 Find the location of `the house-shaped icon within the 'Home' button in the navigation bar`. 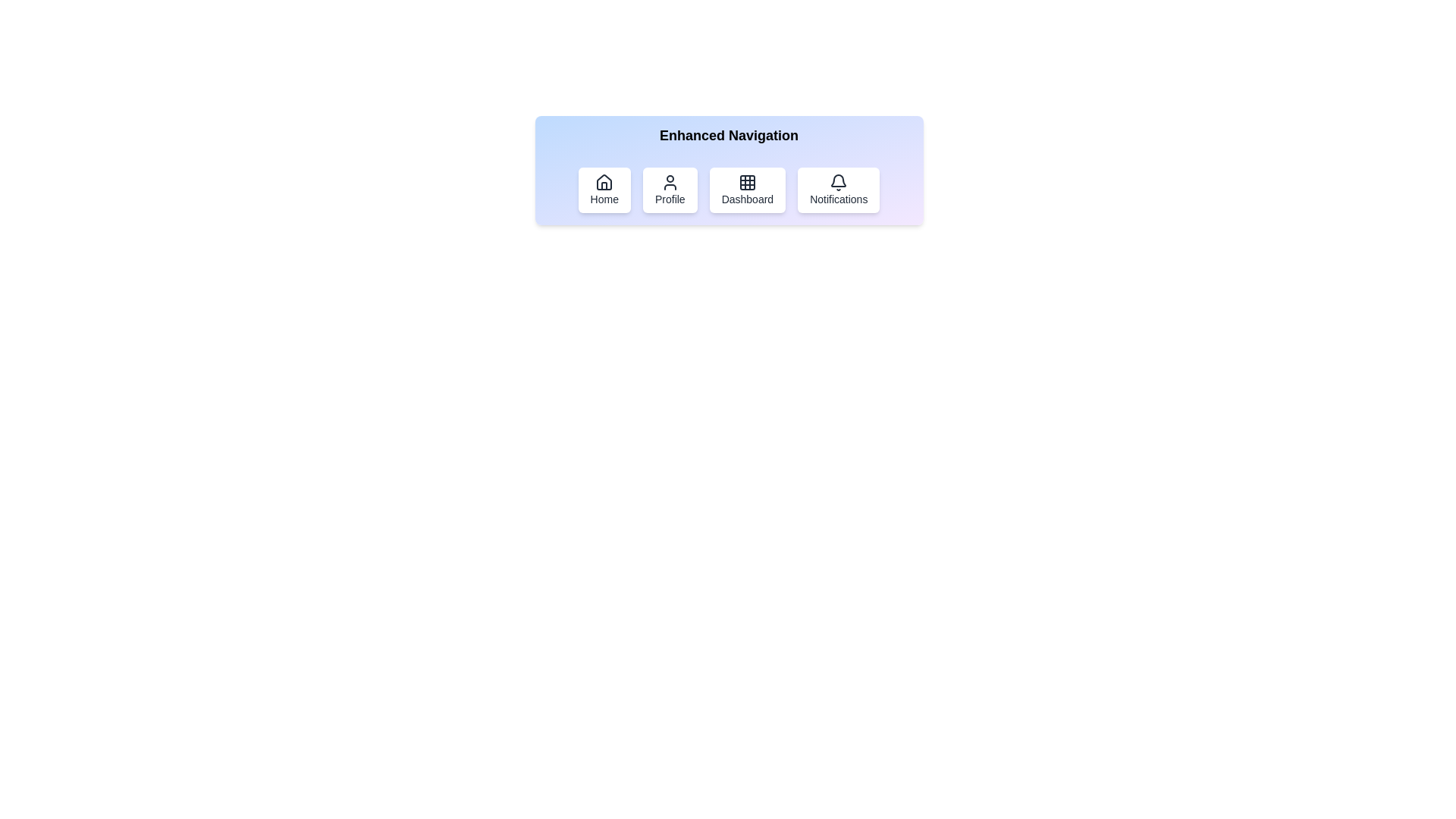

the house-shaped icon within the 'Home' button in the navigation bar is located at coordinates (603, 181).